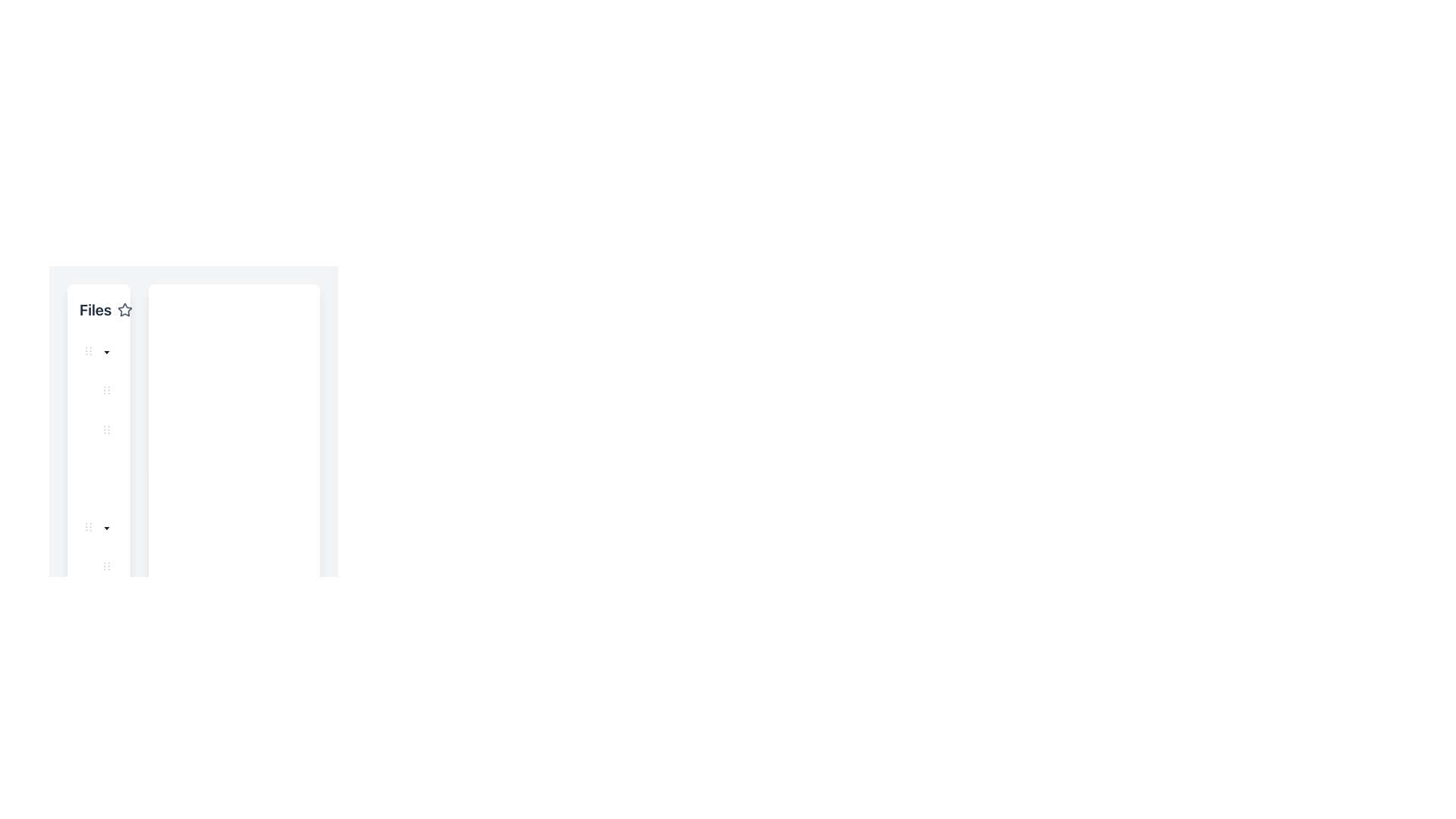 The width and height of the screenshot is (1456, 819). I want to click on the handle located, so click(87, 350).